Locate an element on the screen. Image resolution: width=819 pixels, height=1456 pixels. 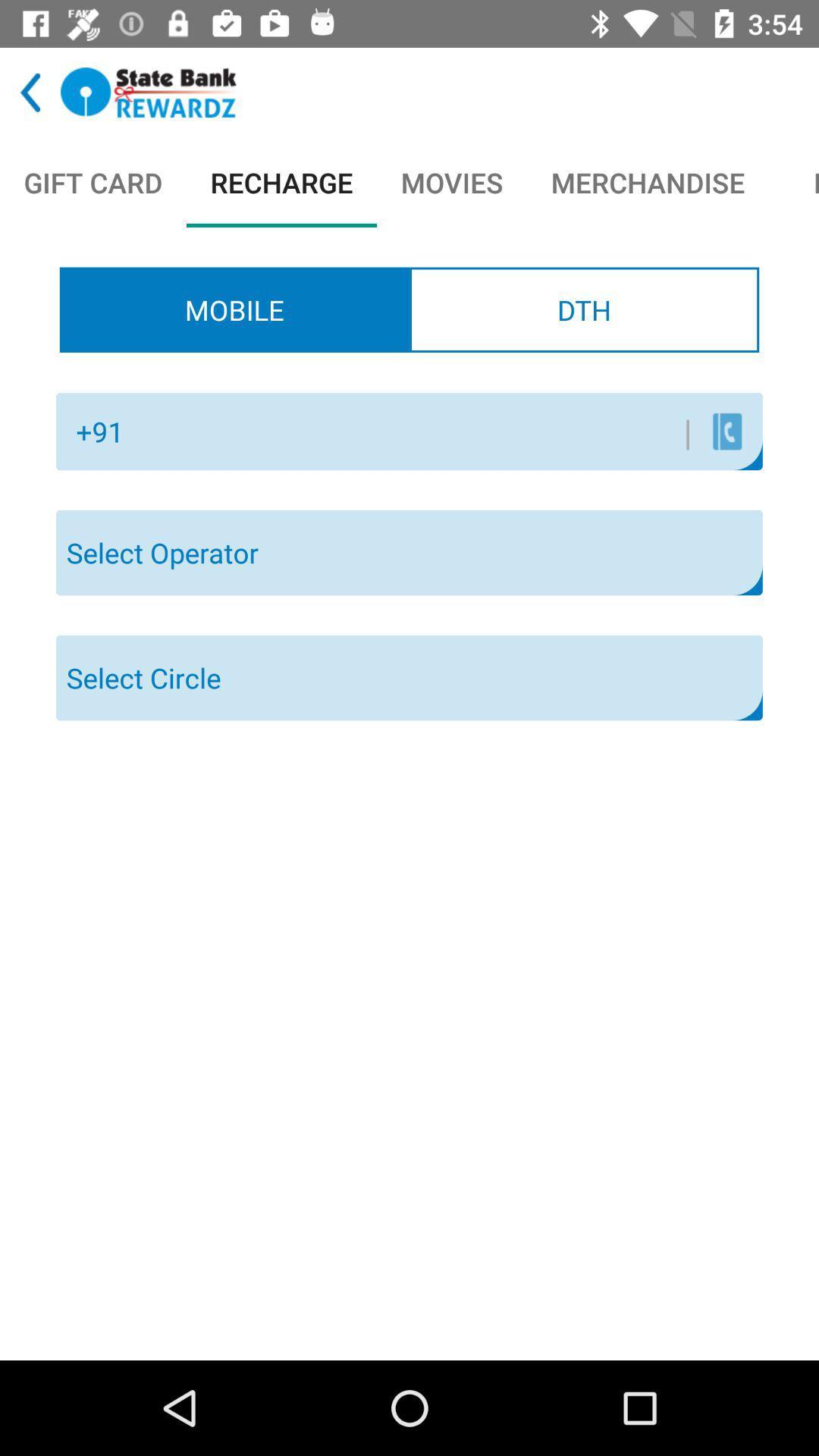
type phone number is located at coordinates (413, 431).